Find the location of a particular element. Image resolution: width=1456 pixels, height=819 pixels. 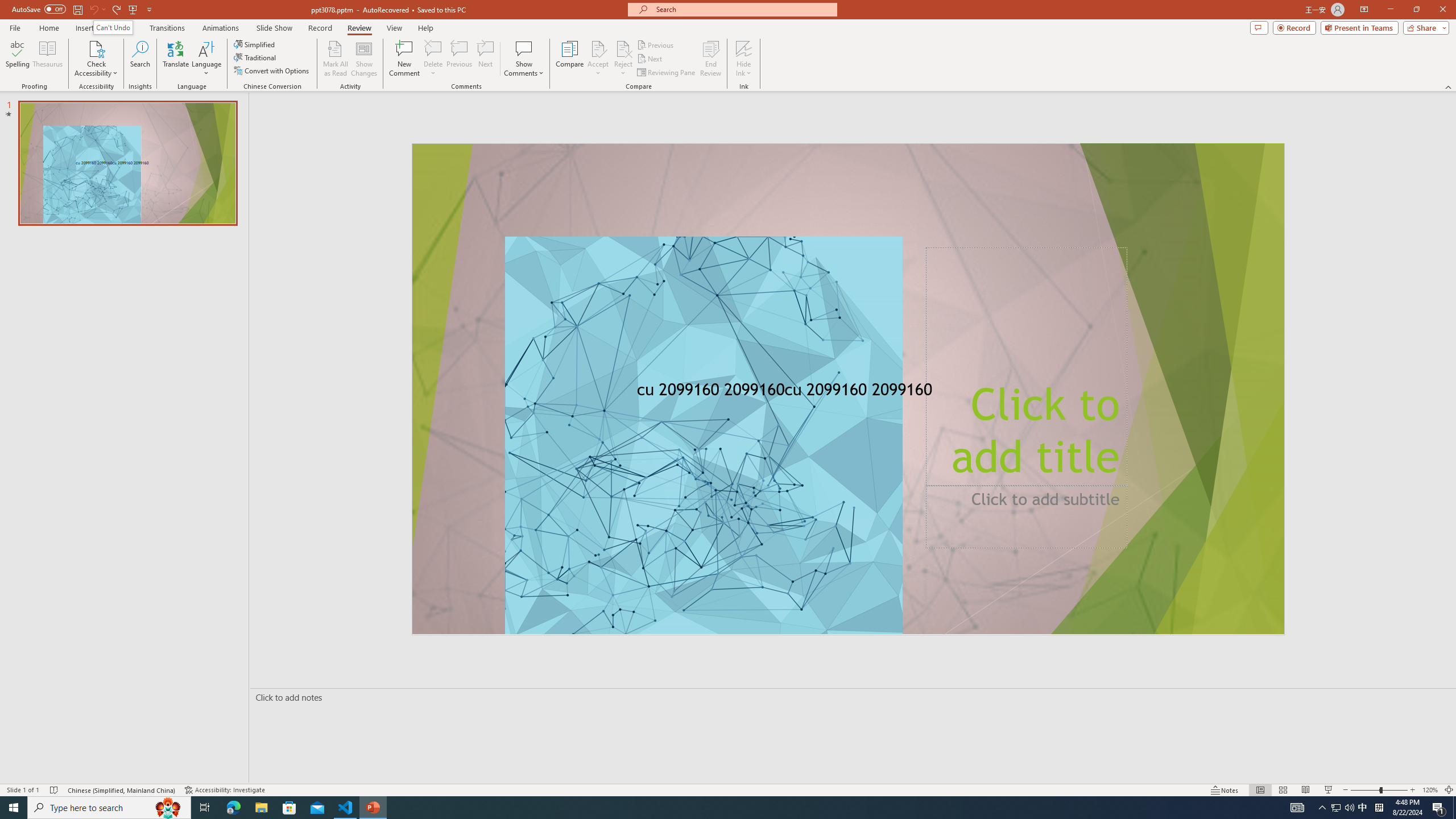

'Show Changes' is located at coordinates (364, 59).